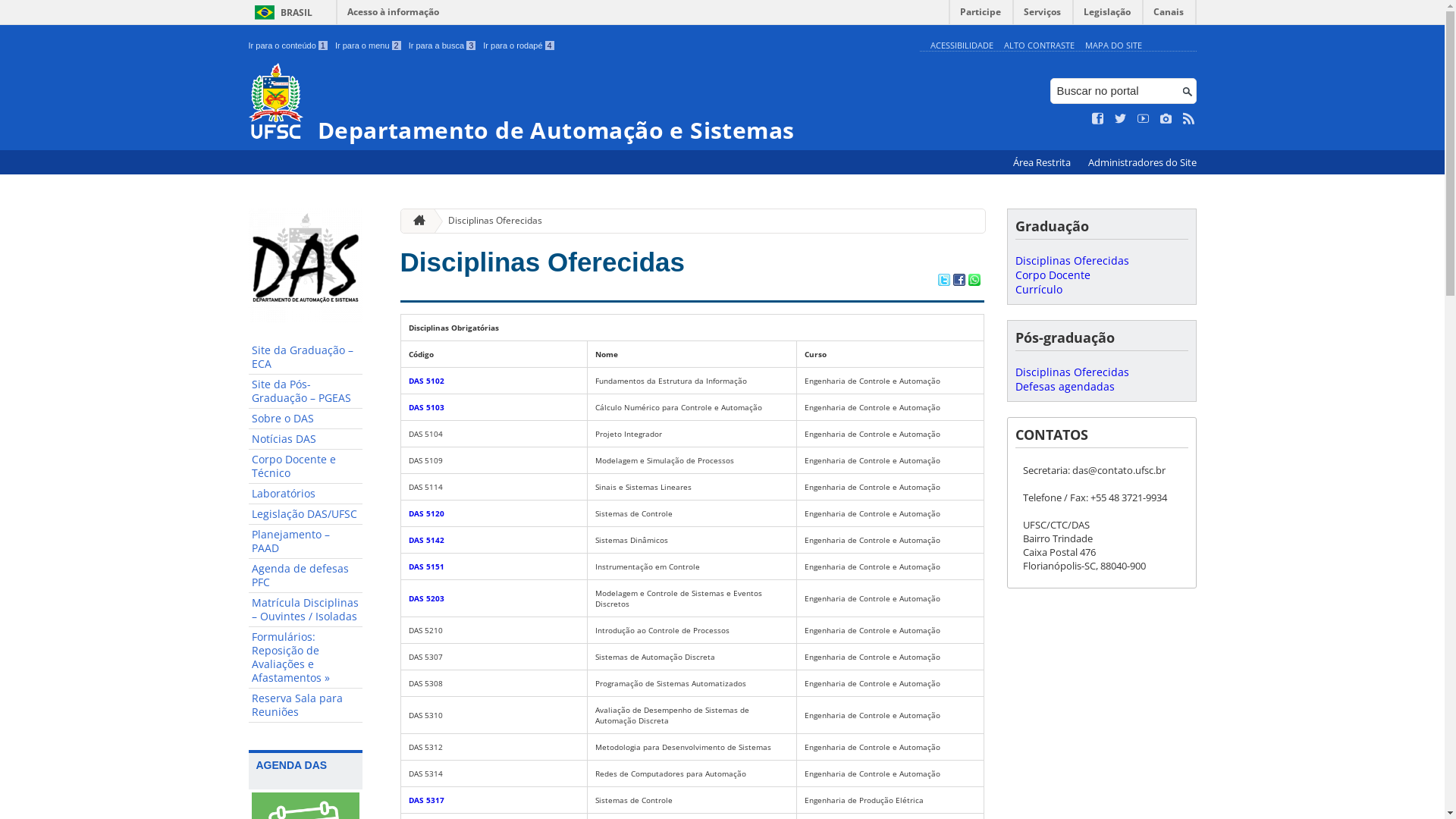 This screenshot has height=819, width=1456. What do you see at coordinates (957, 281) in the screenshot?
I see `'Compartilhar no Facebook'` at bounding box center [957, 281].